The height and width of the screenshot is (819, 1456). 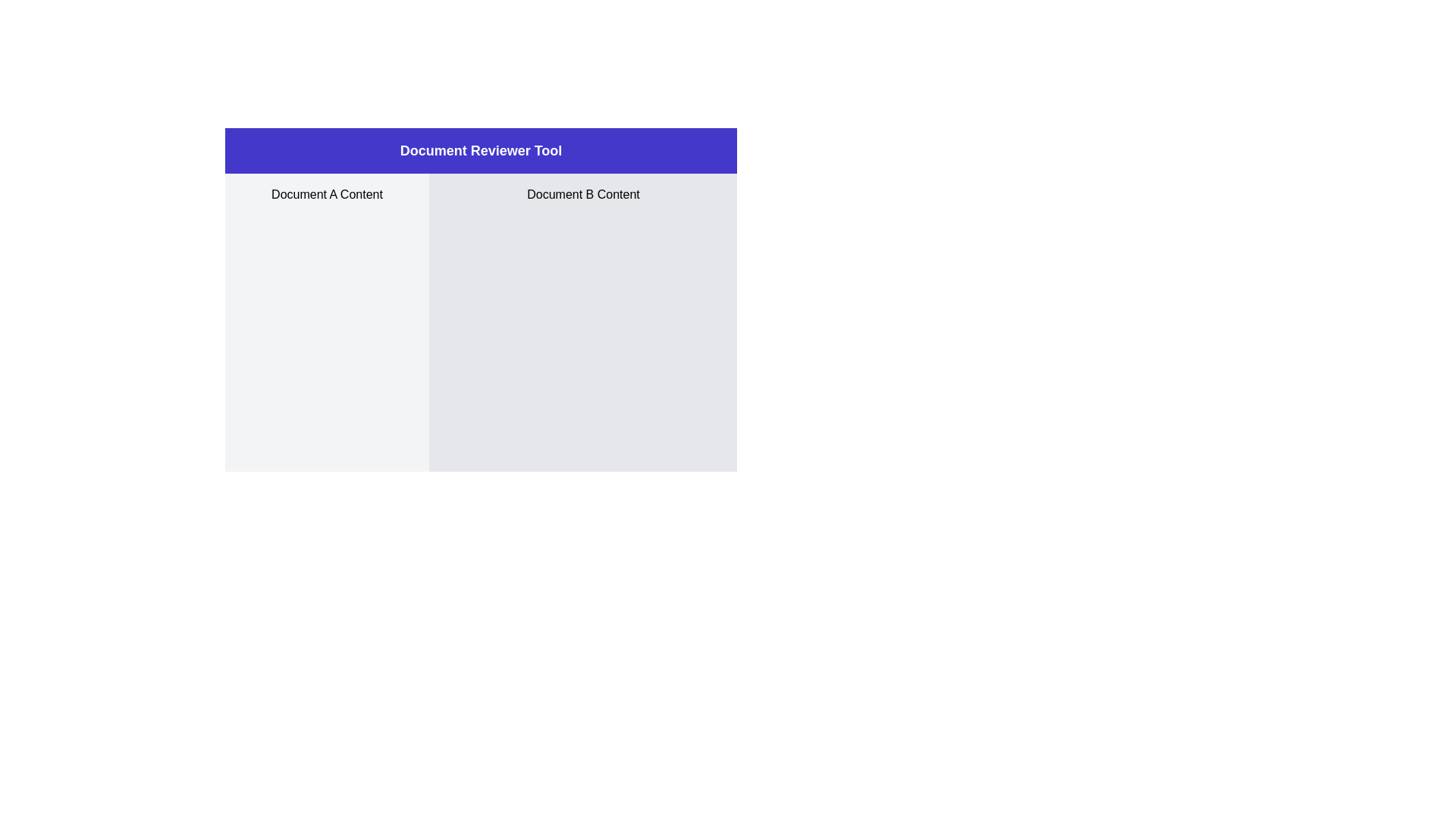 What do you see at coordinates (480, 151) in the screenshot?
I see `the text label that serves as the title or header for the interface, providing context or branding for the application, positioned at the topmost part of the layout` at bounding box center [480, 151].